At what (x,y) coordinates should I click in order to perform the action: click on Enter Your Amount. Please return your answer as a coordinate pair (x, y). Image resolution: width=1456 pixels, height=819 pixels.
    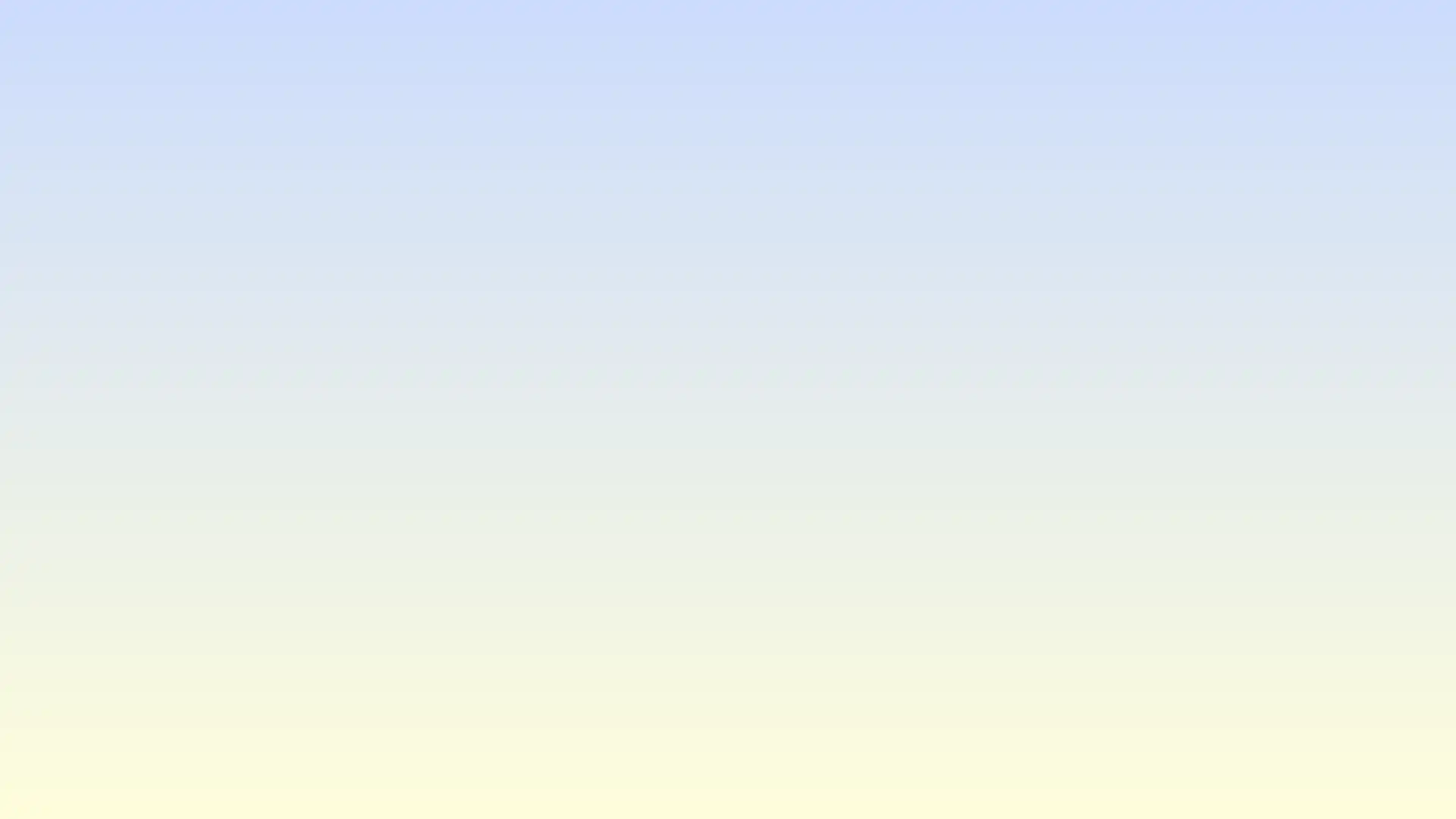
    Looking at the image, I should click on (728, 362).